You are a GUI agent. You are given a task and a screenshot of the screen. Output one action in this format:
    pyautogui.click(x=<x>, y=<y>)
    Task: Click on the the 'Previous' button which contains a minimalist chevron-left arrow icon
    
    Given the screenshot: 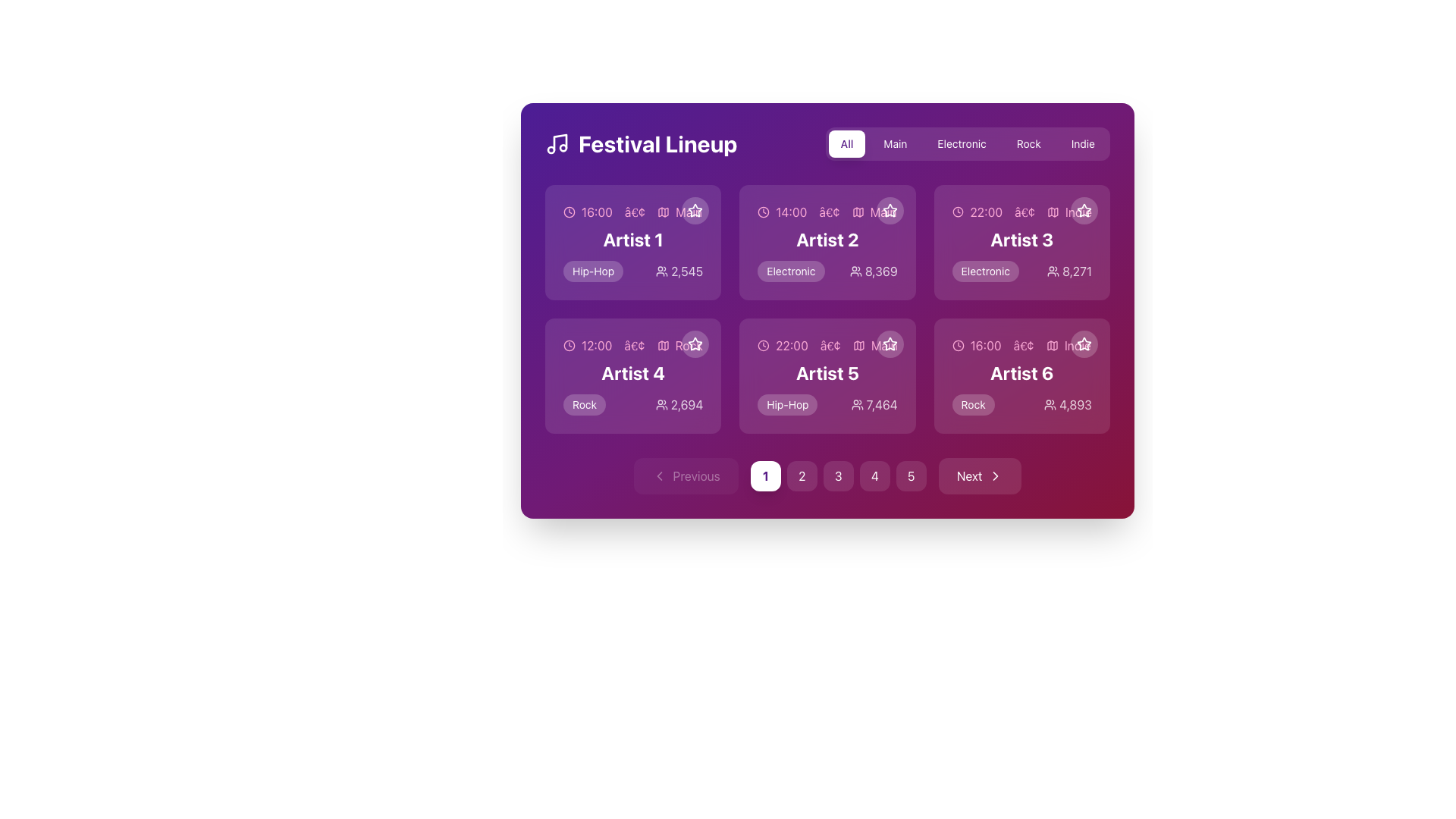 What is the action you would take?
    pyautogui.click(x=659, y=475)
    